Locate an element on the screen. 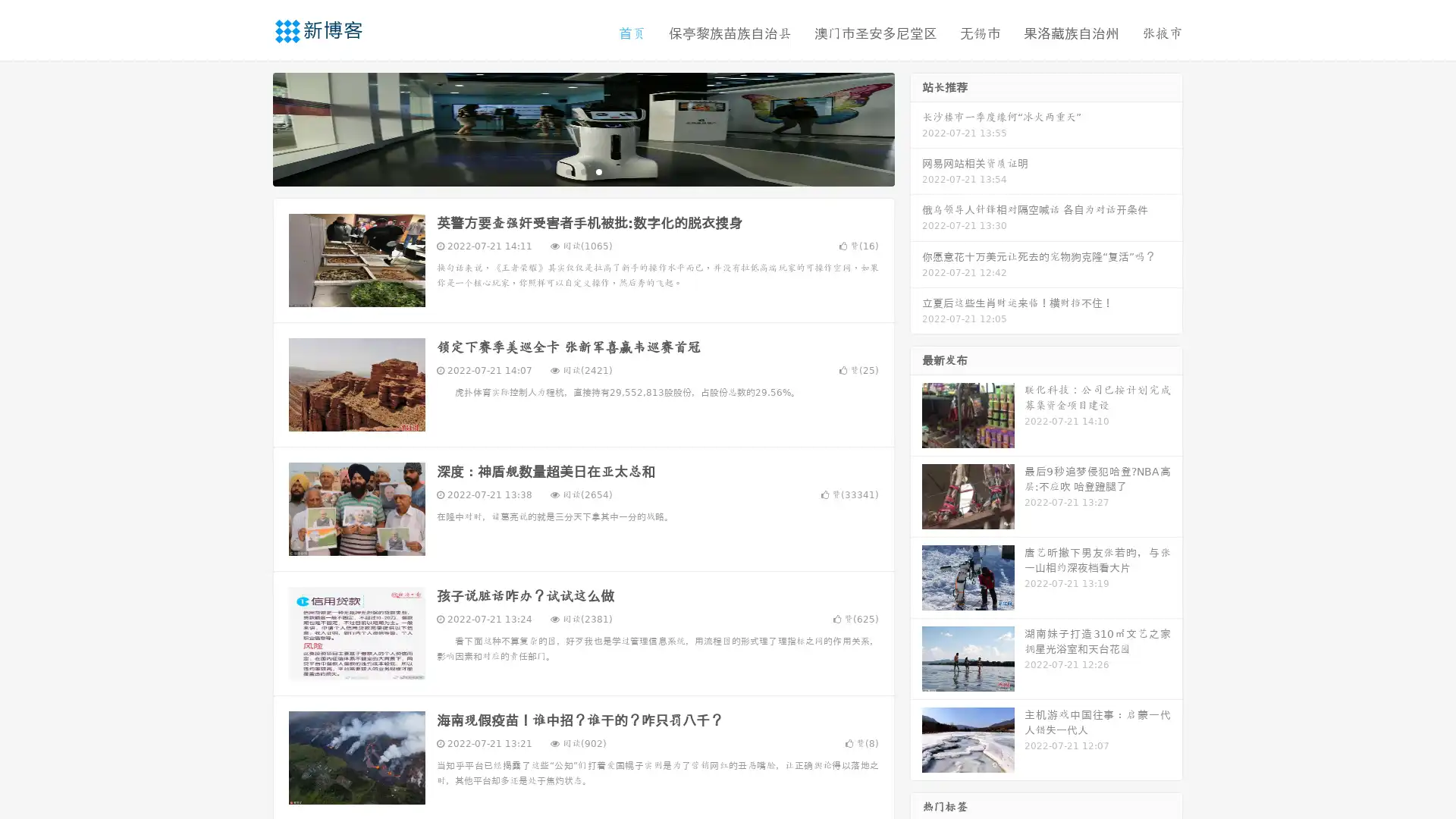  Next slide is located at coordinates (916, 127).